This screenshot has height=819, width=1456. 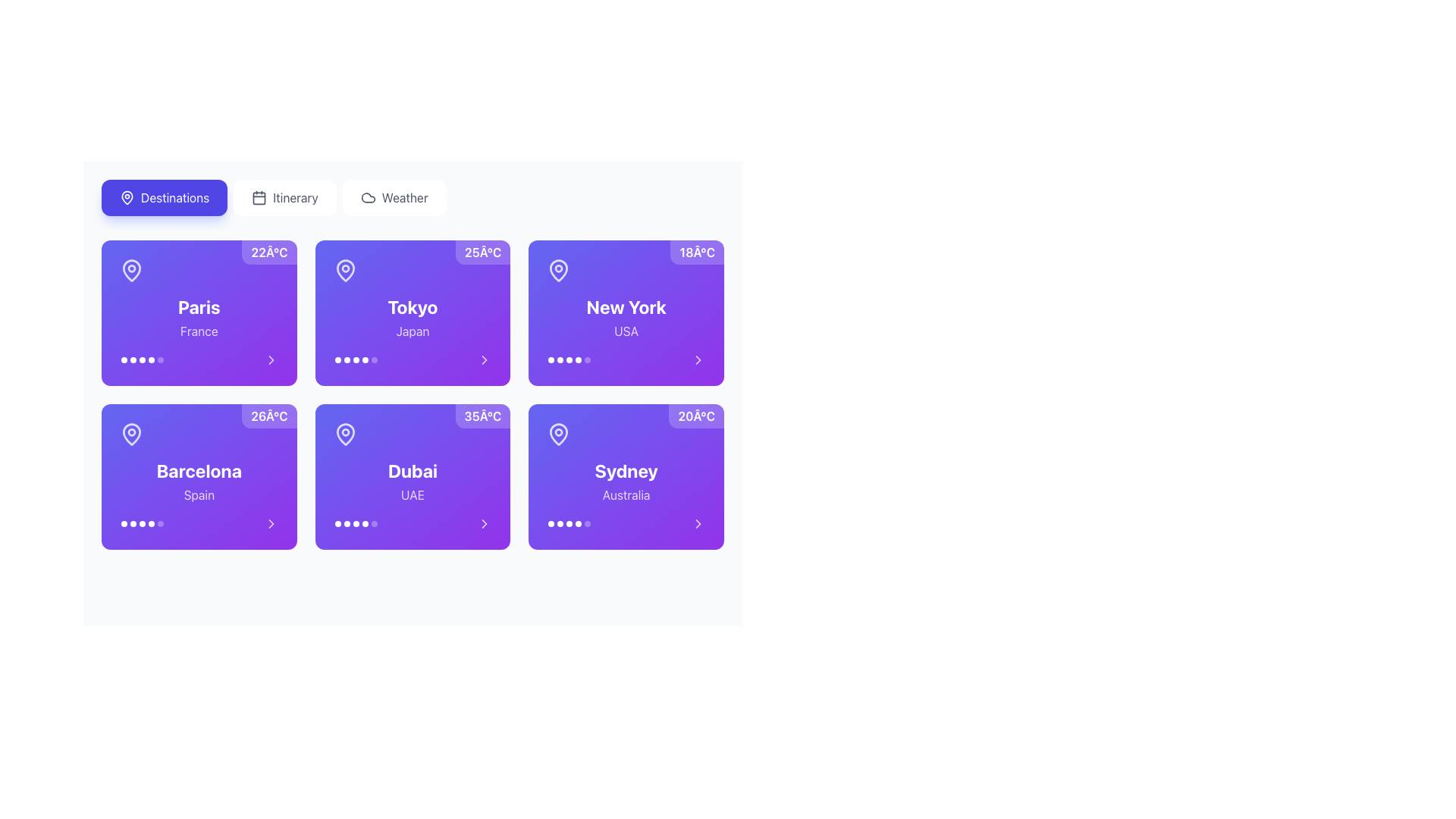 What do you see at coordinates (413, 197) in the screenshot?
I see `the navigation tab located at the top of the interface to switch to the corresponding section` at bounding box center [413, 197].